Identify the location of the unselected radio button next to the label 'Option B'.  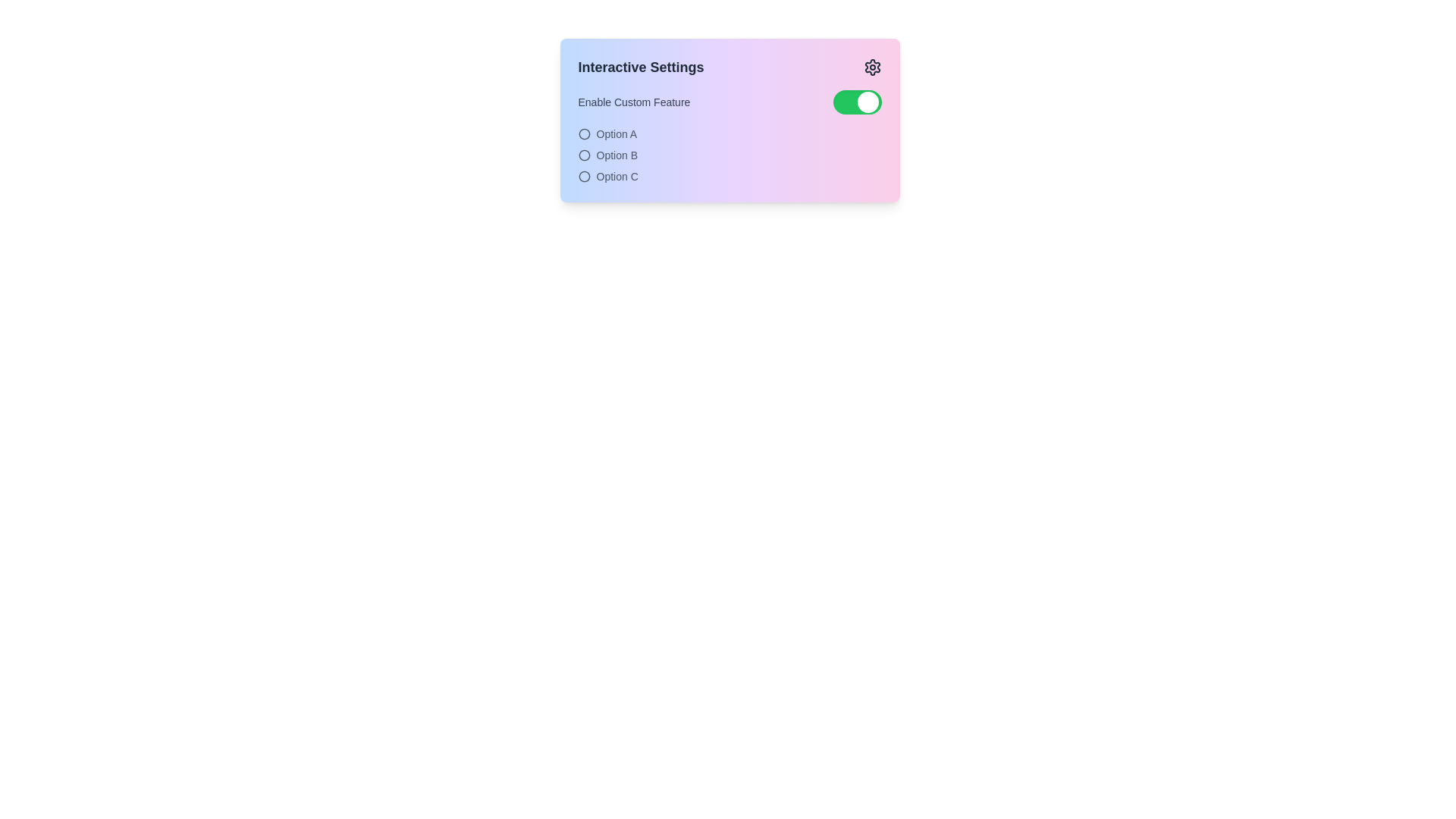
(583, 155).